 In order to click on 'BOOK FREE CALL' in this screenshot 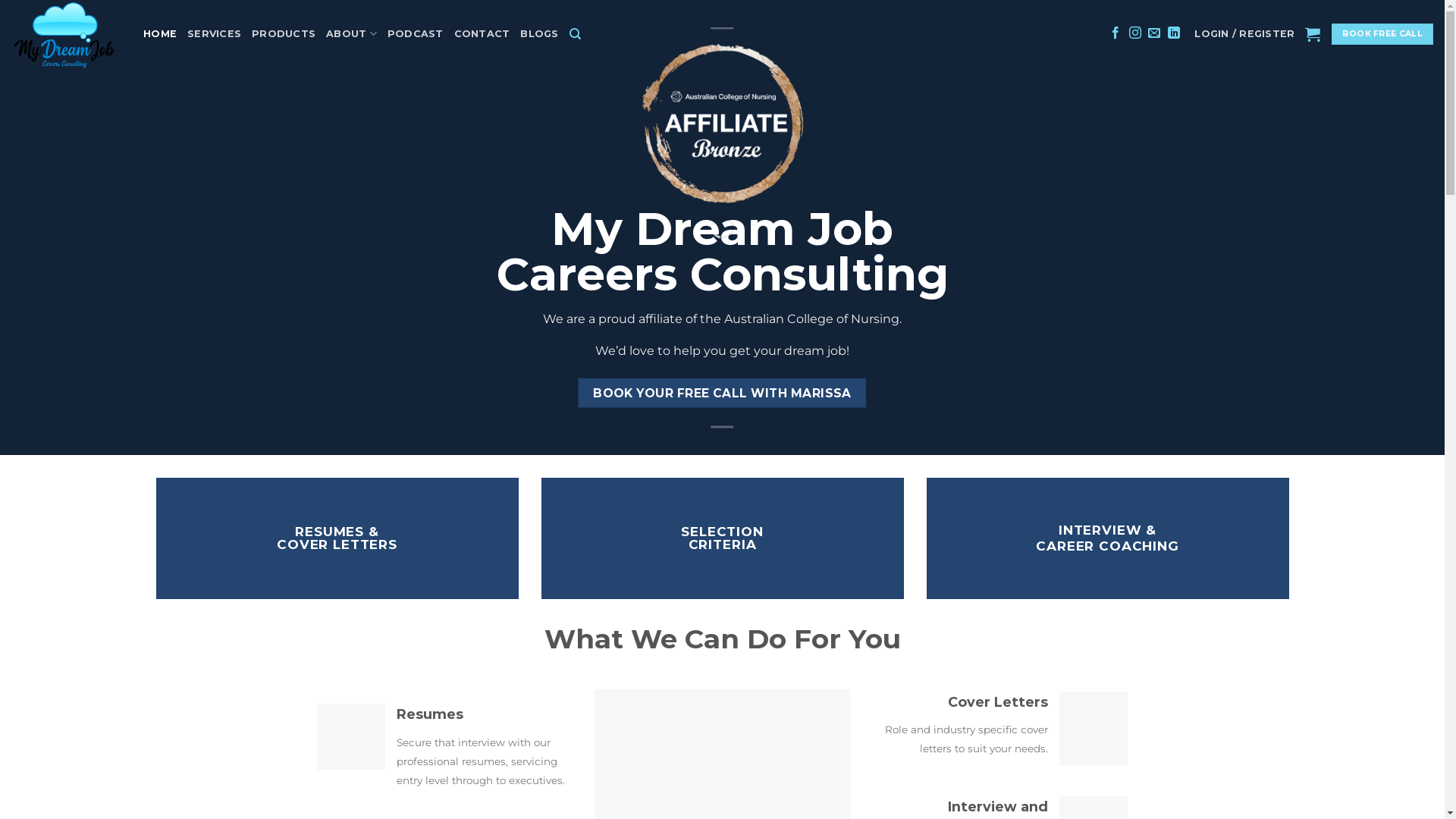, I will do `click(1331, 34)`.